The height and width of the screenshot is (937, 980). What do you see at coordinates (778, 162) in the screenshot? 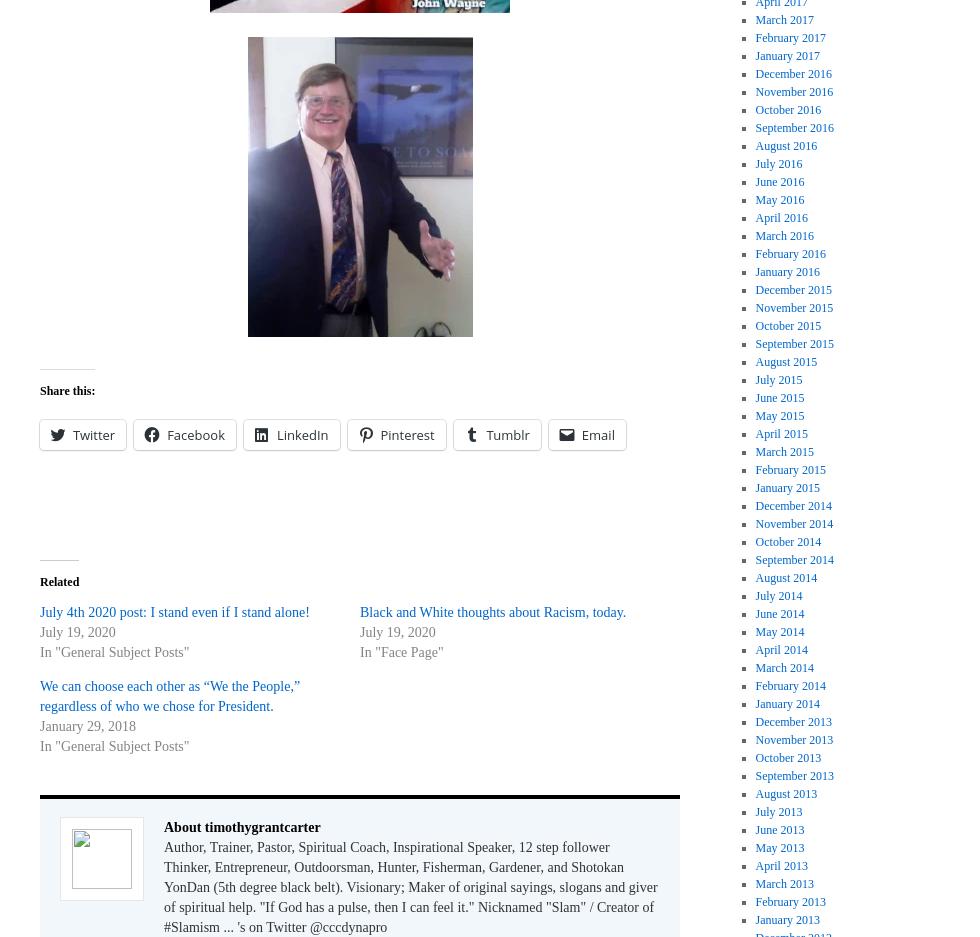
I see `'July 2016'` at bounding box center [778, 162].